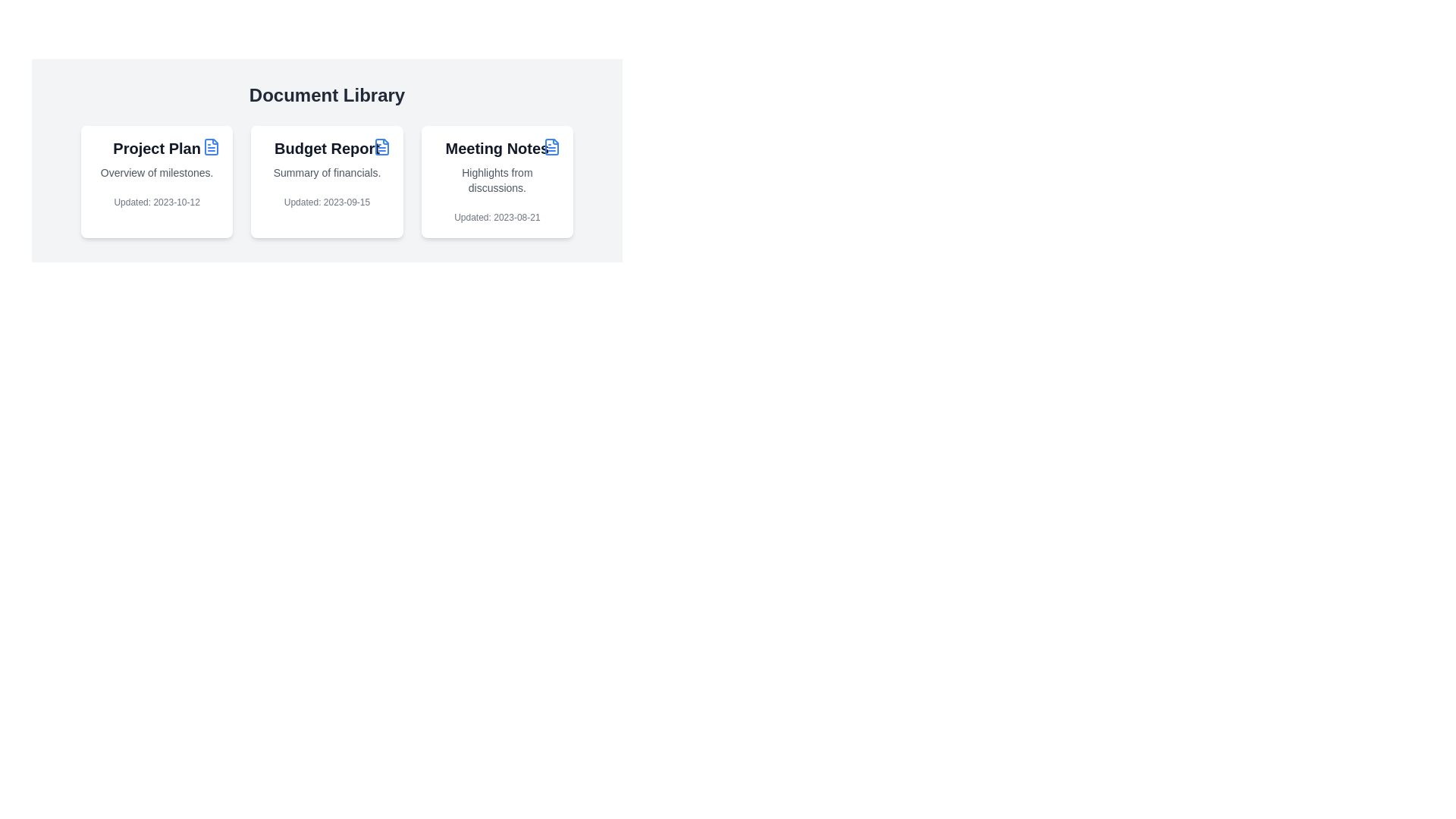 Image resolution: width=1456 pixels, height=819 pixels. I want to click on the text label reading 'Overview of milestones.' which is displayed in a small-sized, light-gray font, located within the card layout of the 'Document Library', so click(157, 171).